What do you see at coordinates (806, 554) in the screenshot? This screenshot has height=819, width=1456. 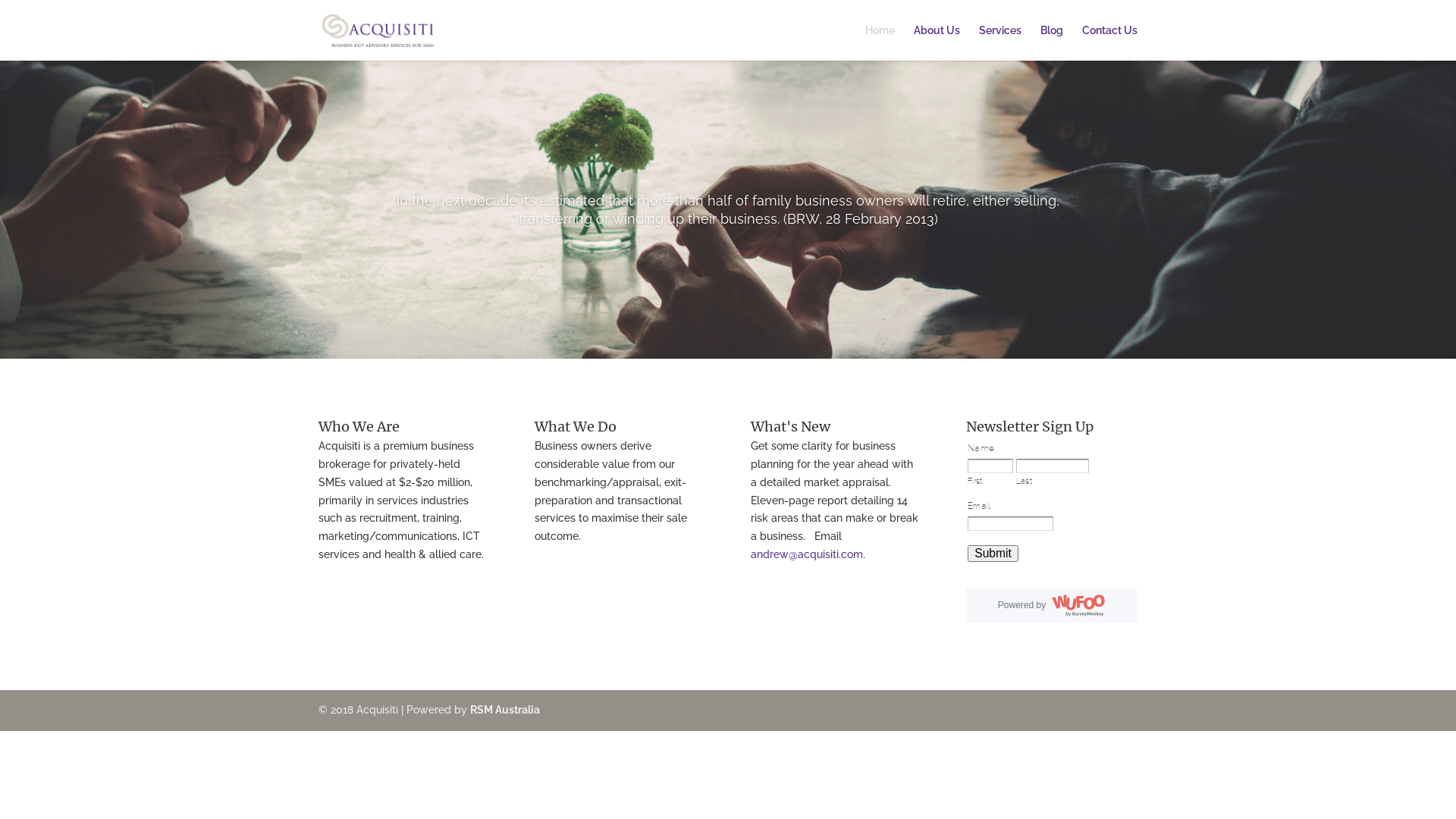 I see `'andrew@acquisiti.com'` at bounding box center [806, 554].